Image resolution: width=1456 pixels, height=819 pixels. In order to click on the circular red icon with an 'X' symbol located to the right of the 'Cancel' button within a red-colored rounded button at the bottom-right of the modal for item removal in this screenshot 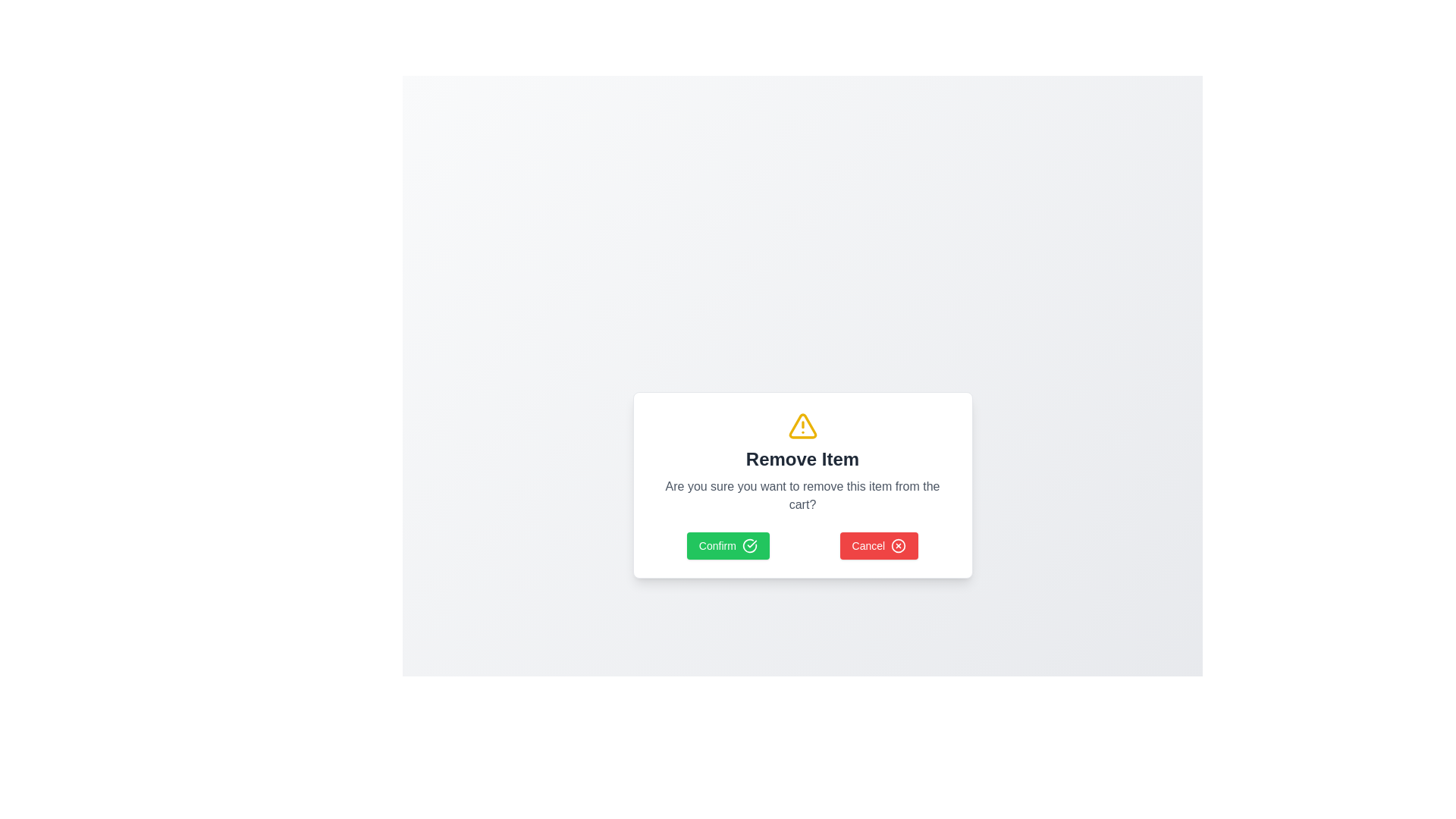, I will do `click(899, 546)`.